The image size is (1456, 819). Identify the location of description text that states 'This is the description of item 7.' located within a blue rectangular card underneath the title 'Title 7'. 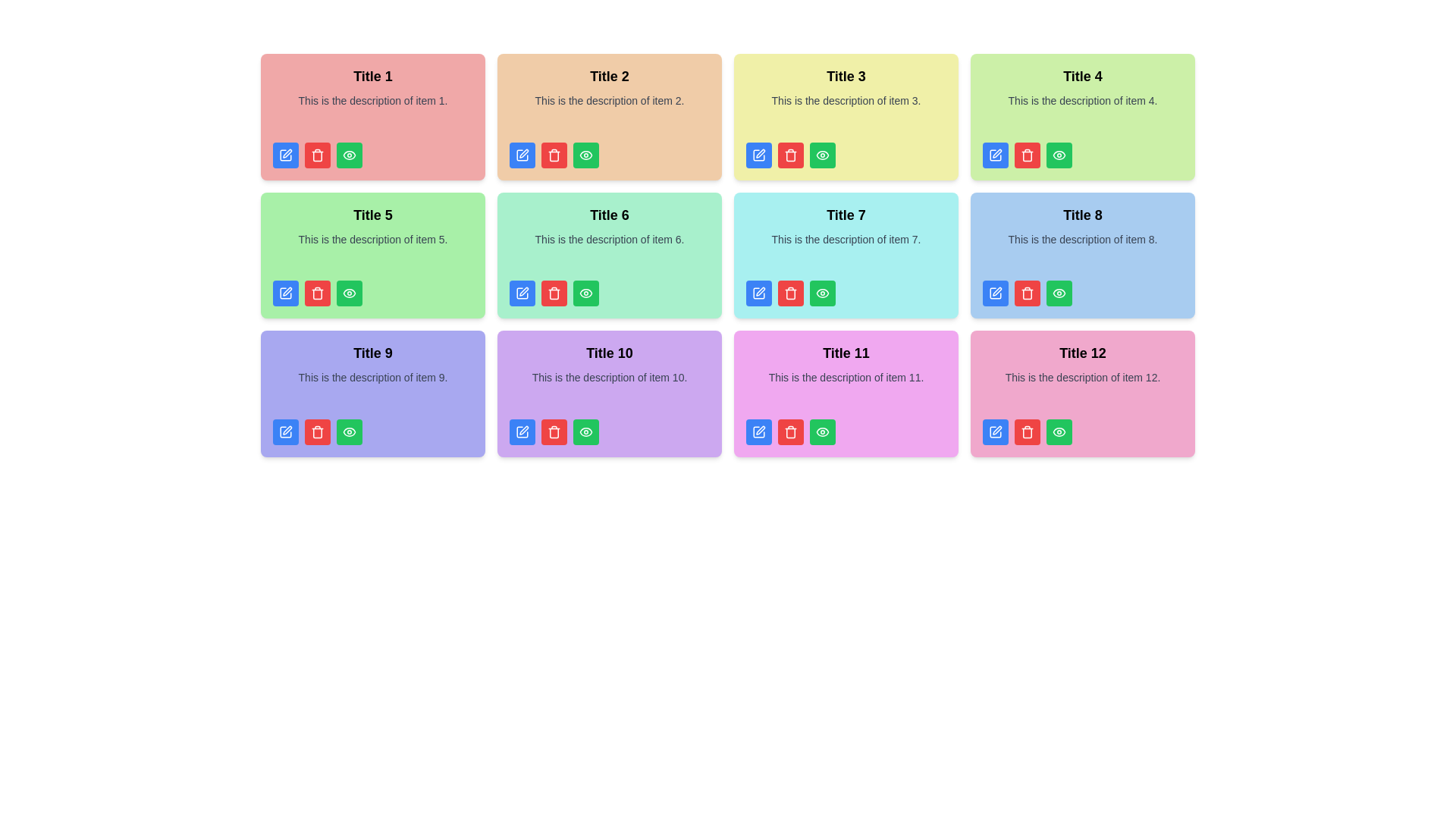
(846, 250).